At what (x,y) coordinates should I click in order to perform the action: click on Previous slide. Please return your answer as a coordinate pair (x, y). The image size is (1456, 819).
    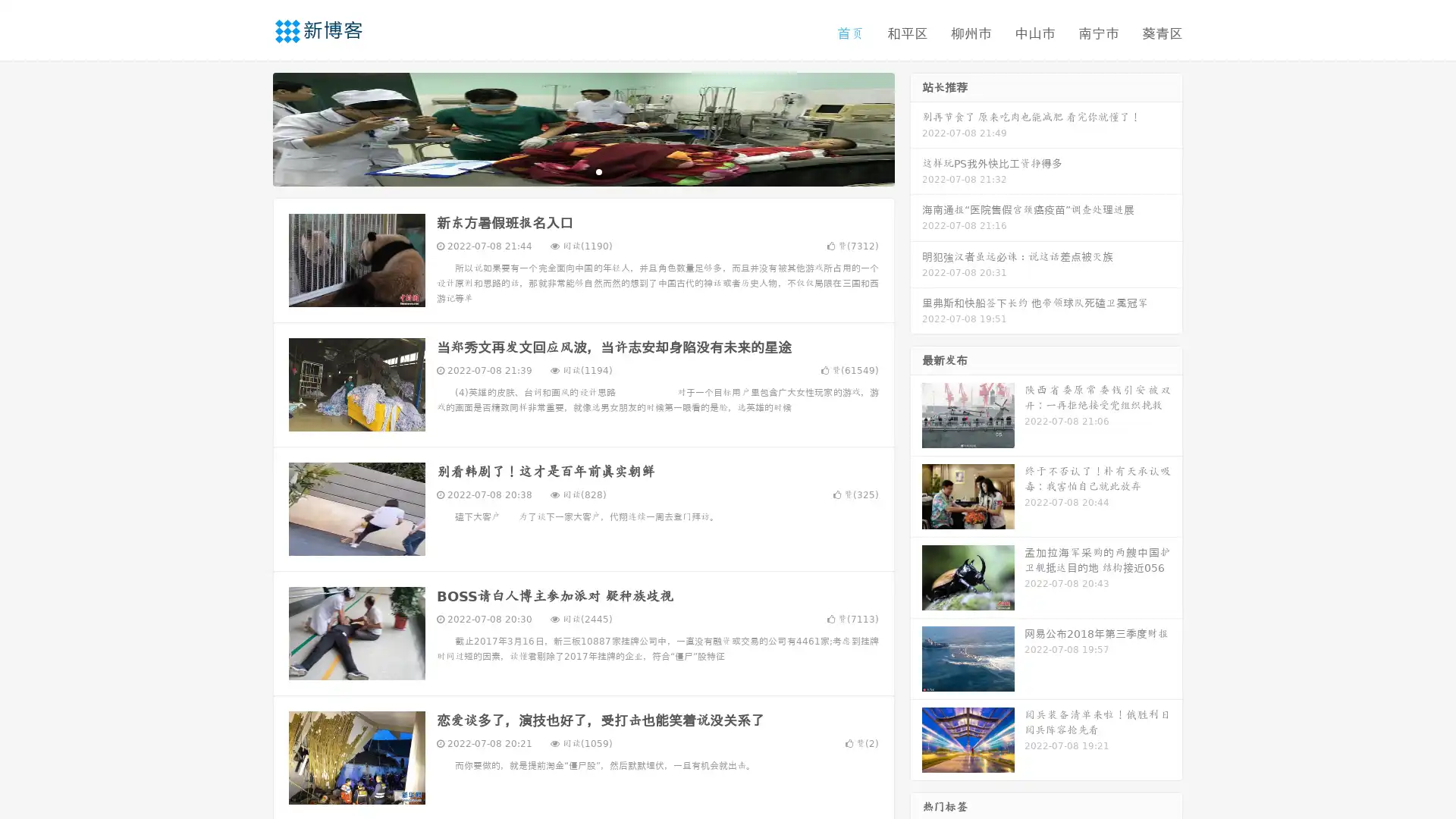
    Looking at the image, I should click on (250, 127).